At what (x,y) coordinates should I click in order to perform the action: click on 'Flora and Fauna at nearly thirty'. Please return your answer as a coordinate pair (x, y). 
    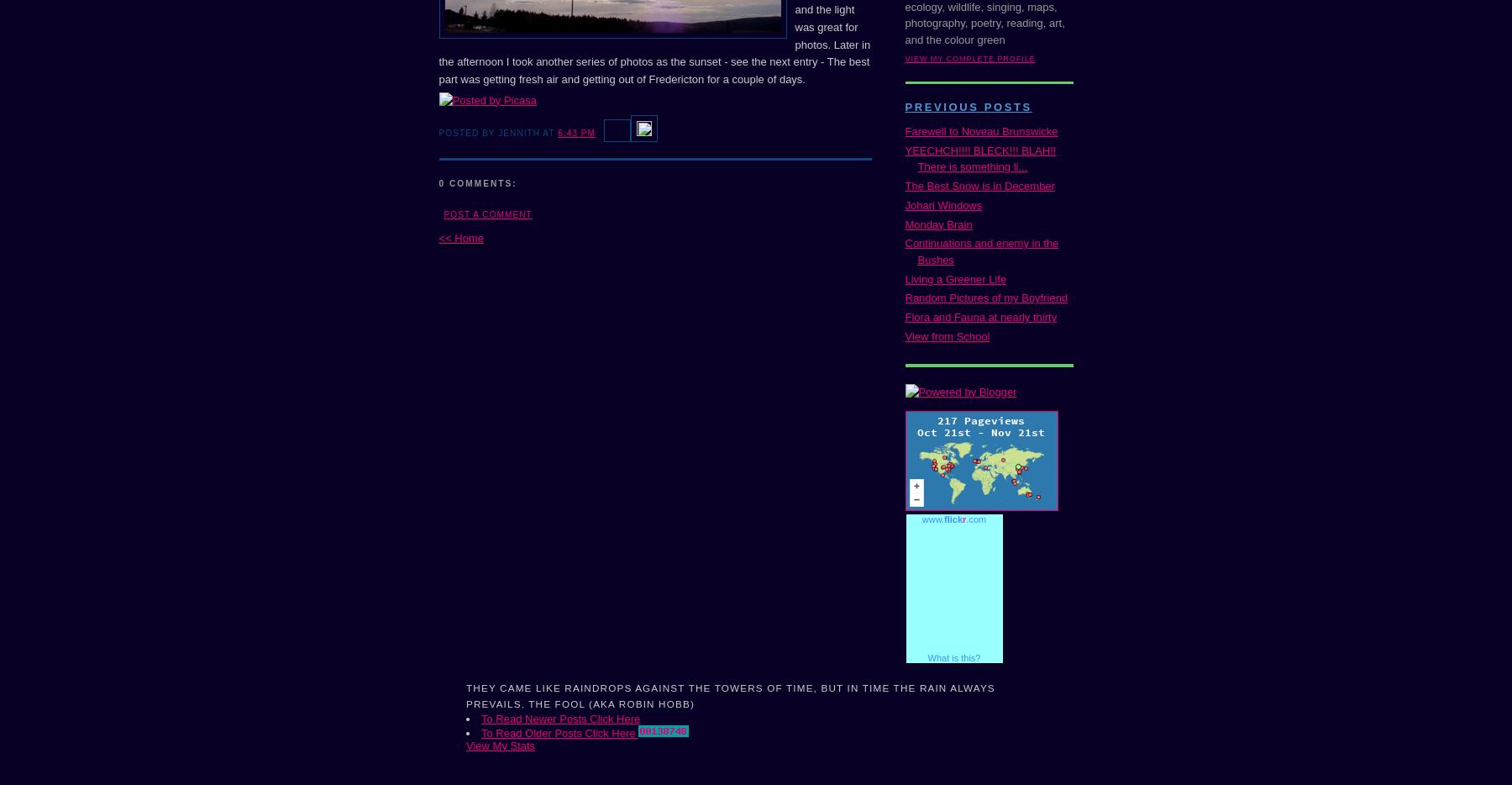
    Looking at the image, I should click on (979, 316).